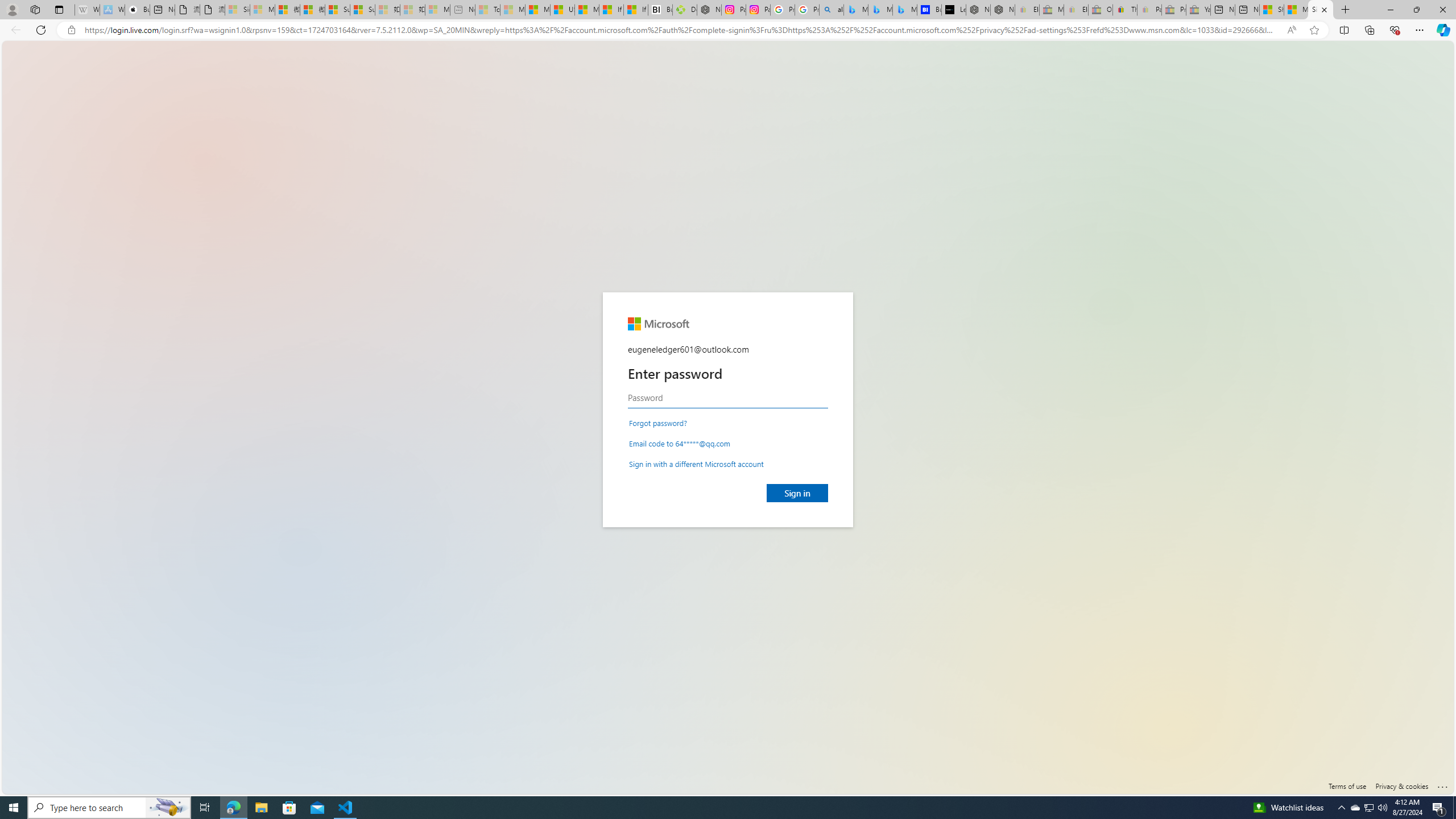  Describe the element at coordinates (1402, 785) in the screenshot. I see `'Privacy & cookies'` at that location.